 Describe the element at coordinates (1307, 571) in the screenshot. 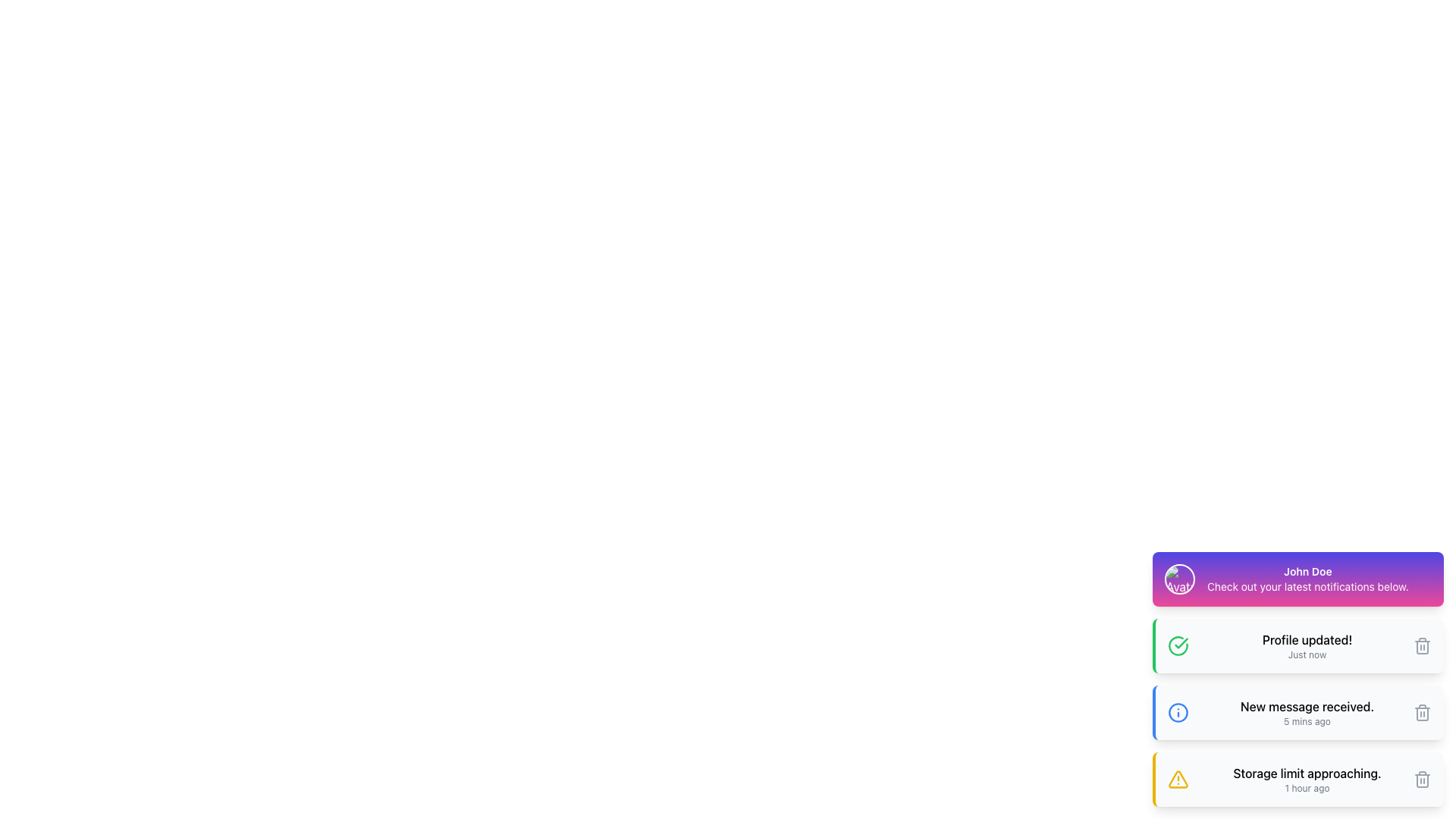

I see `the text label displaying 'John Doe' for additional options, located in the top-right corner of the notification card` at that location.